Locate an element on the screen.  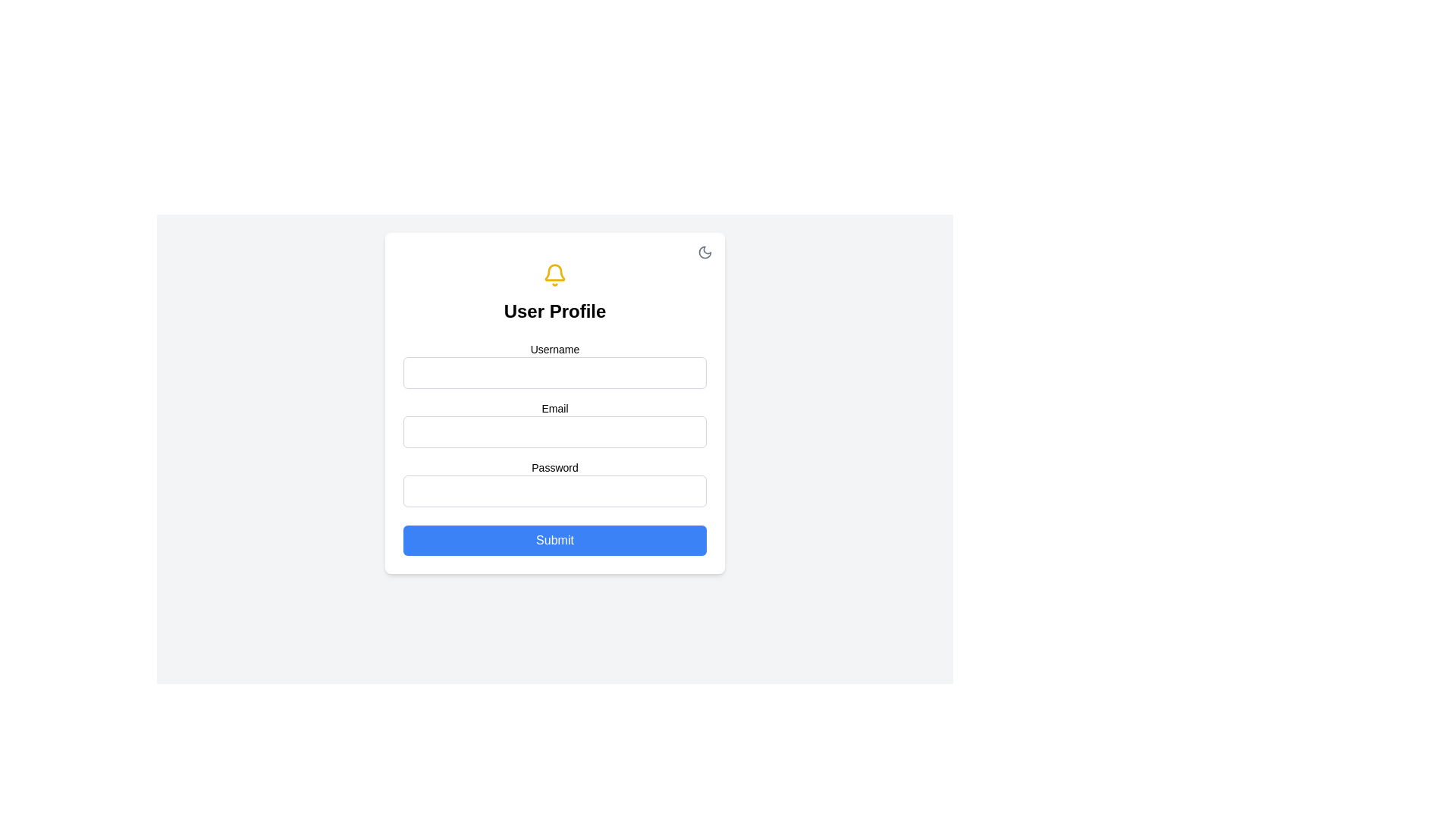
the 'Password' input field to focus on it, which is the third input field in the vertical form labeled 'Password' is located at coordinates (554, 483).